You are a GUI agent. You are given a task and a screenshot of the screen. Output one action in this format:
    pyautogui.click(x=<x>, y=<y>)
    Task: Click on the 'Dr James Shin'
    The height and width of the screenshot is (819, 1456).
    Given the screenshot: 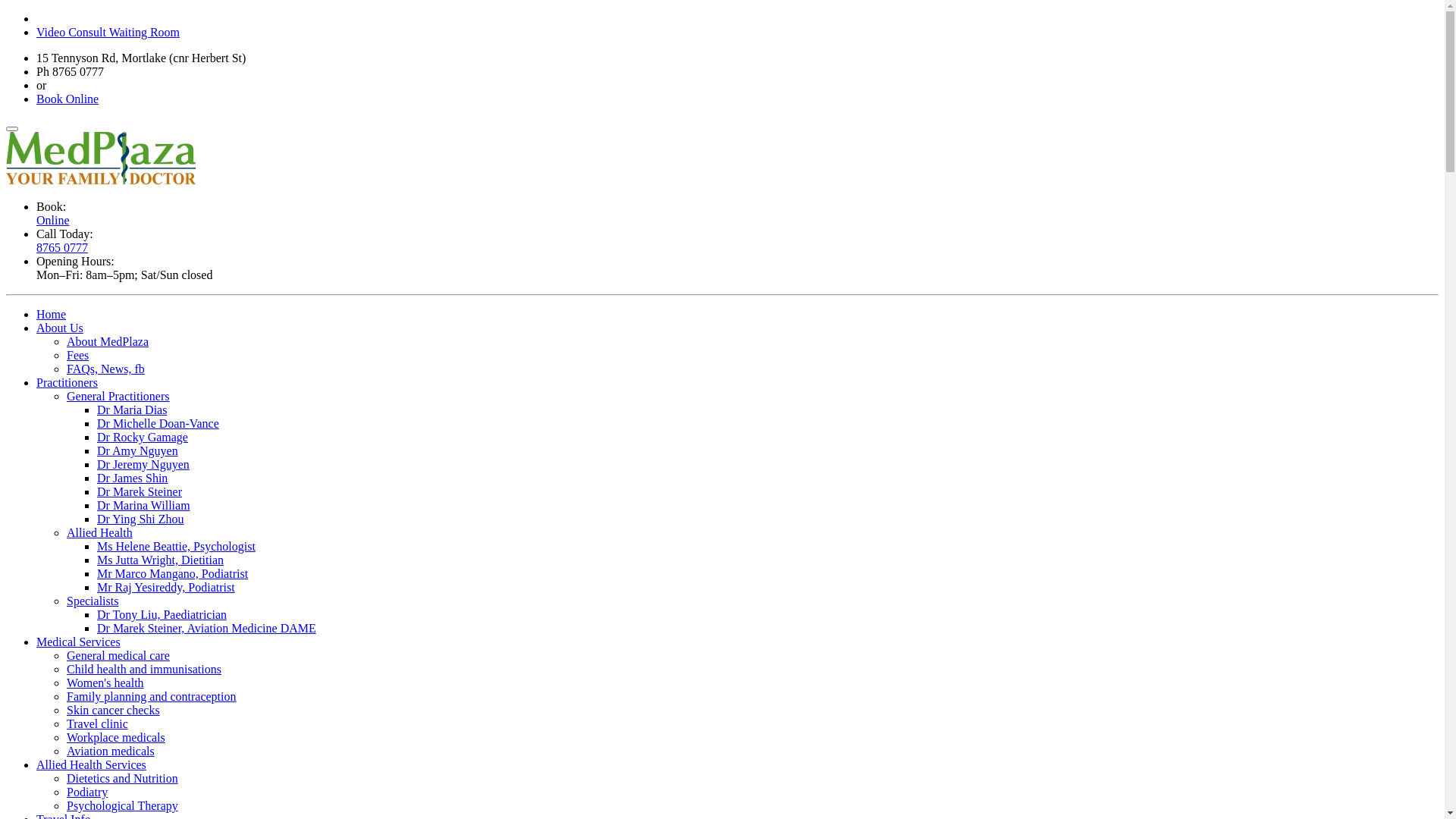 What is the action you would take?
    pyautogui.click(x=96, y=478)
    